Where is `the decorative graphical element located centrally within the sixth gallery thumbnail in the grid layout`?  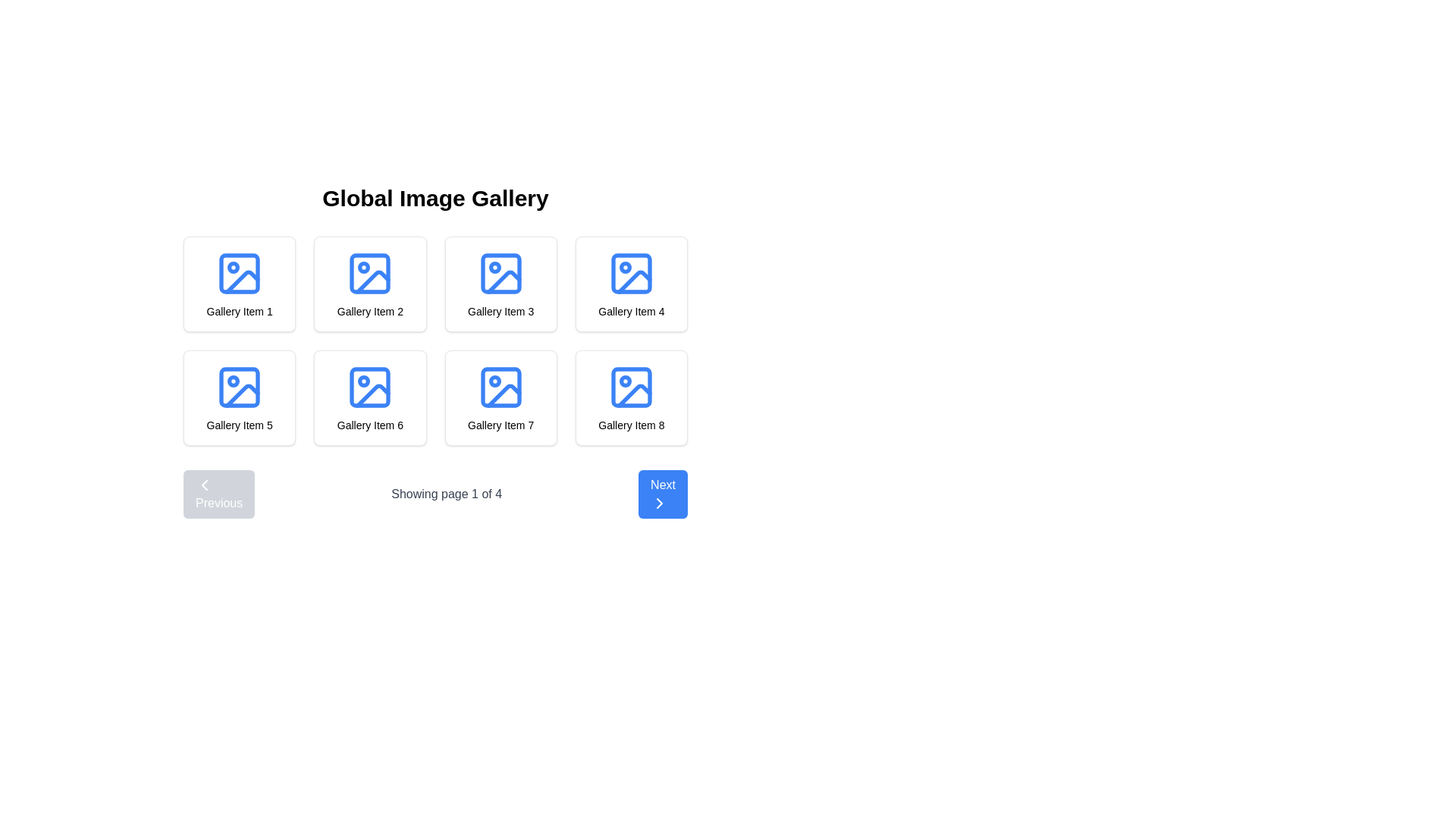 the decorative graphical element located centrally within the sixth gallery thumbnail in the grid layout is located at coordinates (370, 386).